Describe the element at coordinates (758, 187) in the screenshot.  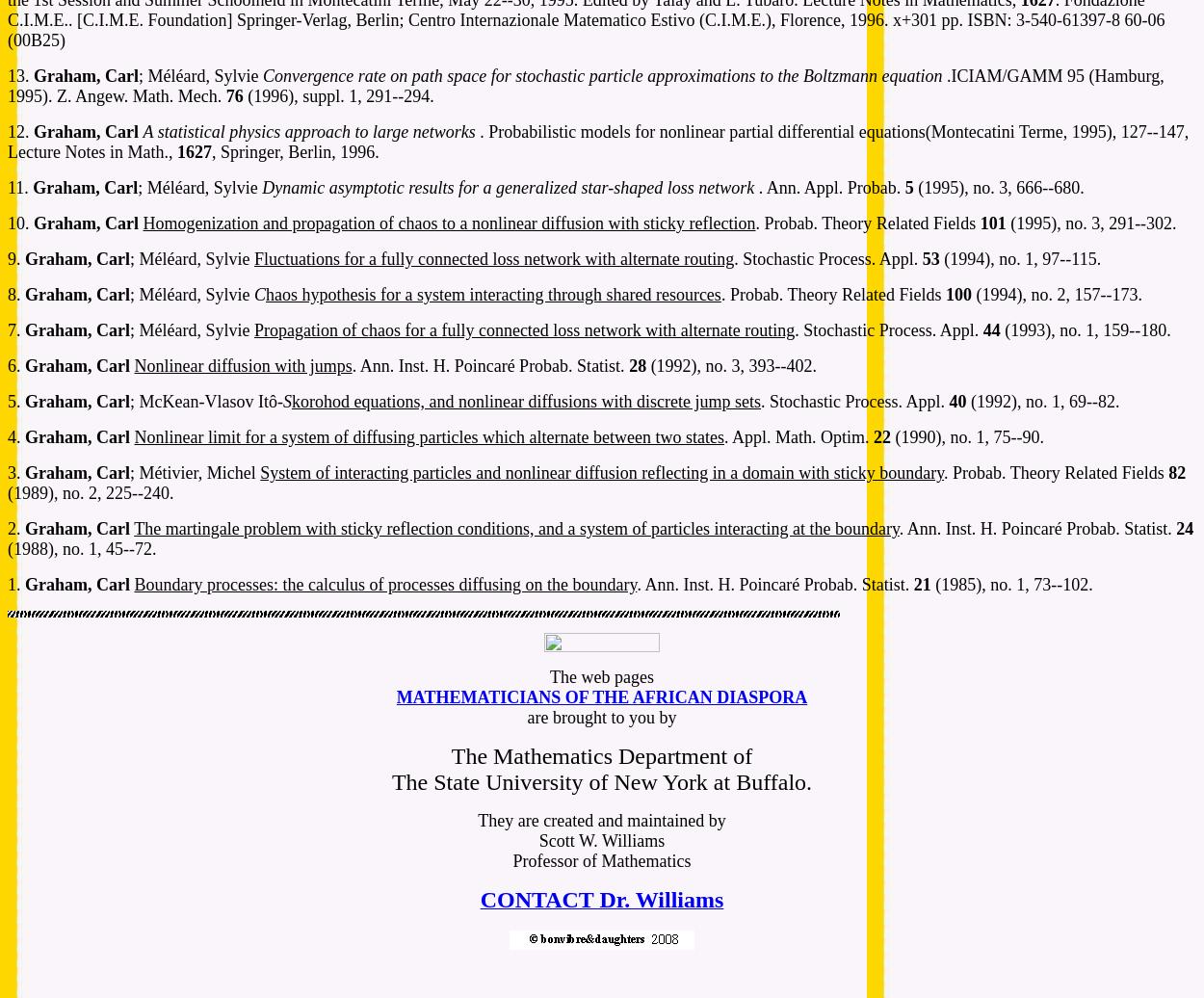
I see `'. Ann. Appl. Probab.'` at that location.